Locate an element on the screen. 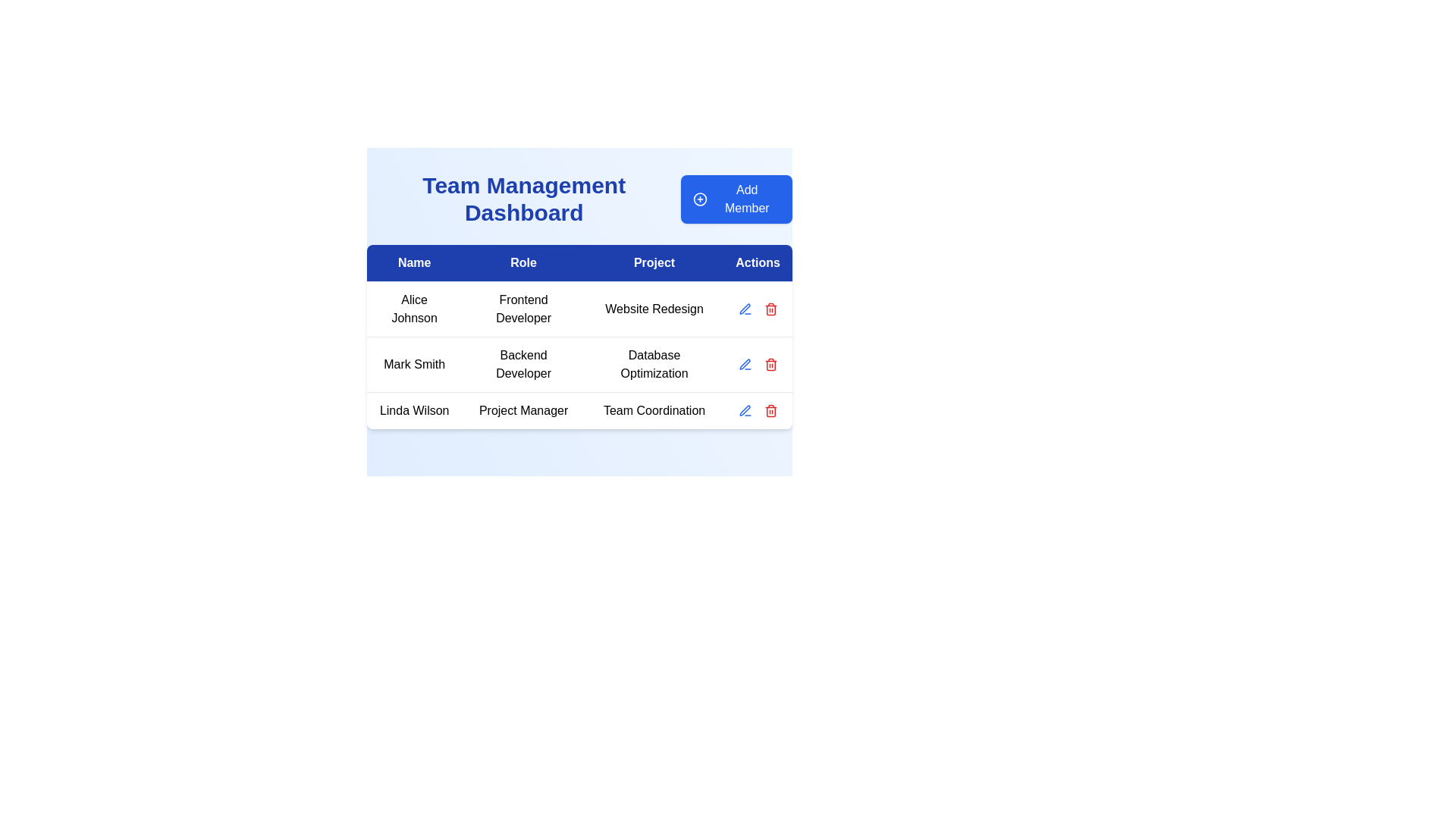 This screenshot has height=819, width=1456. the trash icon located in the 'Actions' column is located at coordinates (770, 309).